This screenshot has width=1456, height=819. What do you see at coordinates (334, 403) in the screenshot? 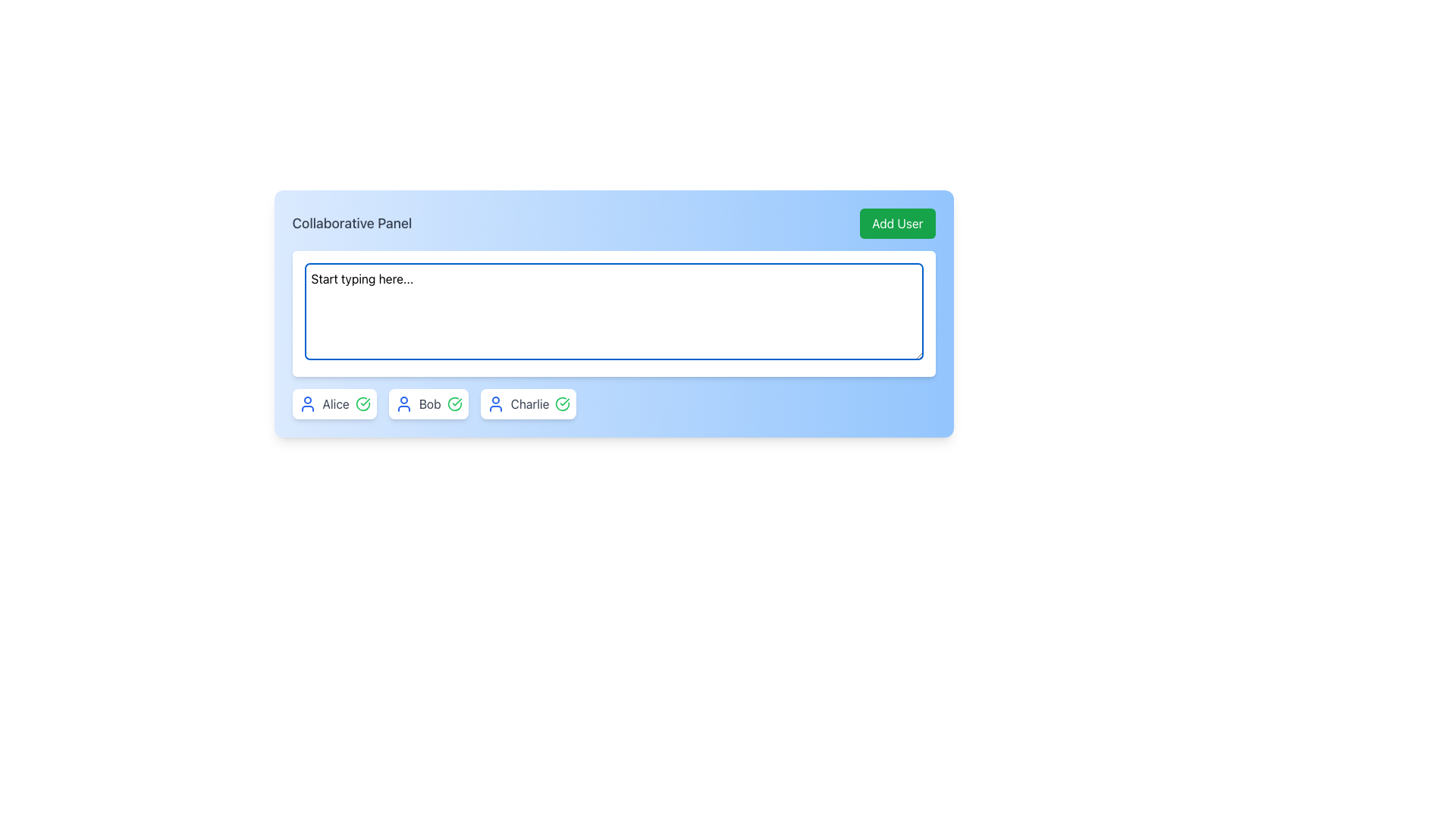
I see `the user selection button labeled 'Alice', which is the first component in a row and features a blue user profile icon on the left and a green checkmark icon on the right` at bounding box center [334, 403].